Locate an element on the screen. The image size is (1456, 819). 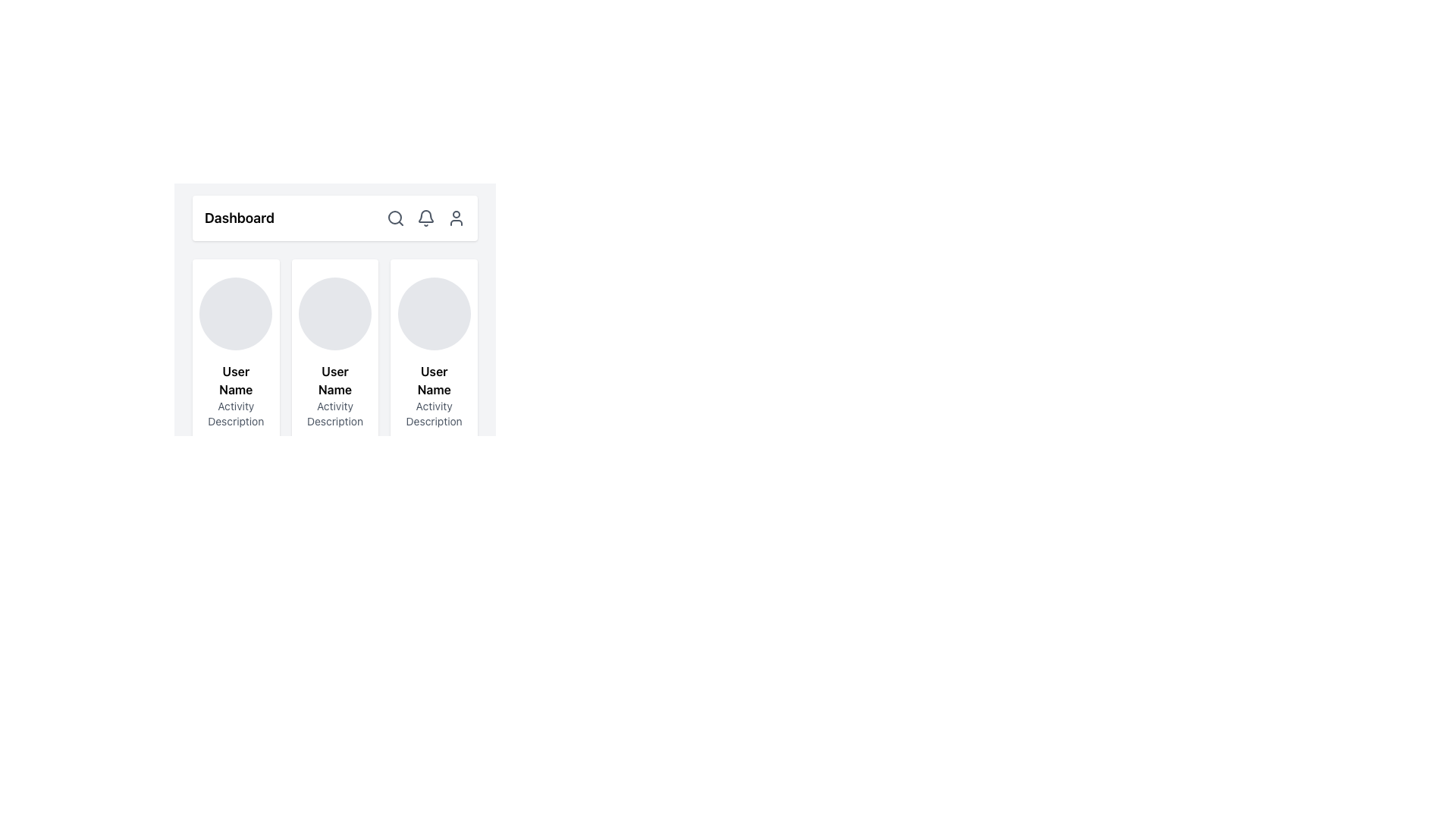
the bell icon in the top-right corner of the toolbar is located at coordinates (425, 216).